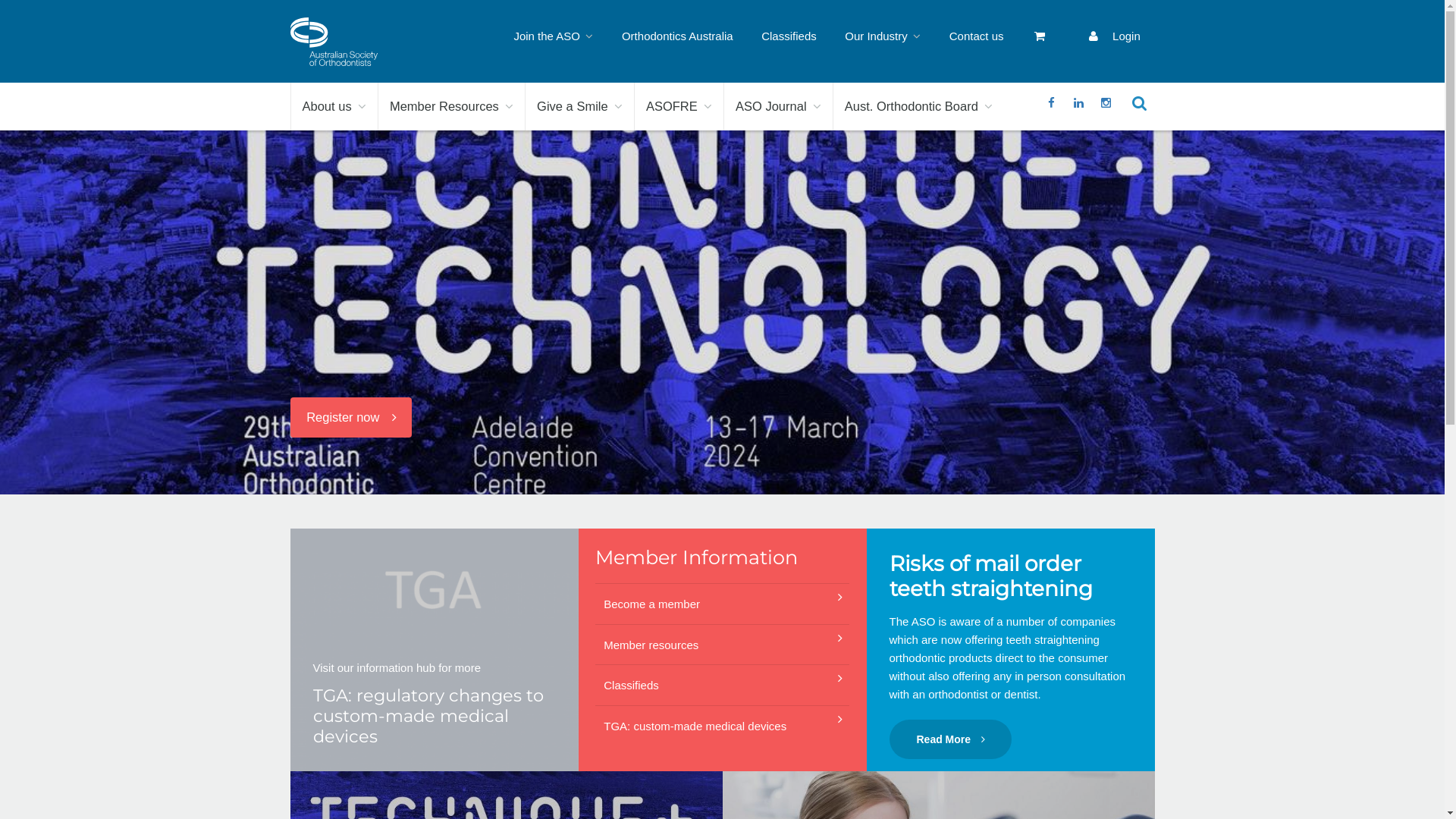 This screenshot has height=819, width=1456. Describe the element at coordinates (918, 105) in the screenshot. I see `'Aust. Orthodontic Board'` at that location.